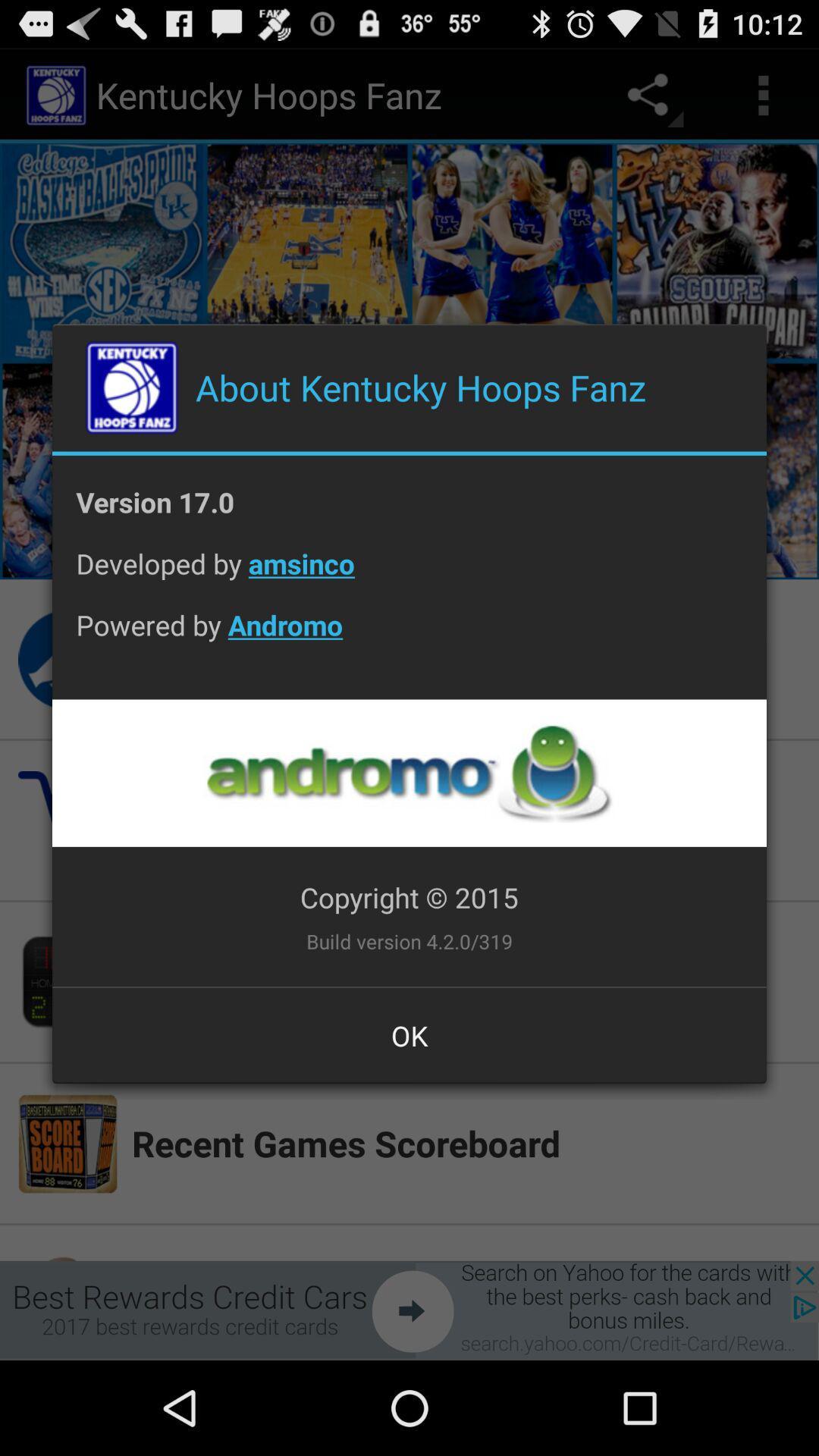 This screenshot has width=819, height=1456. I want to click on the powered by andromo item, so click(409, 637).